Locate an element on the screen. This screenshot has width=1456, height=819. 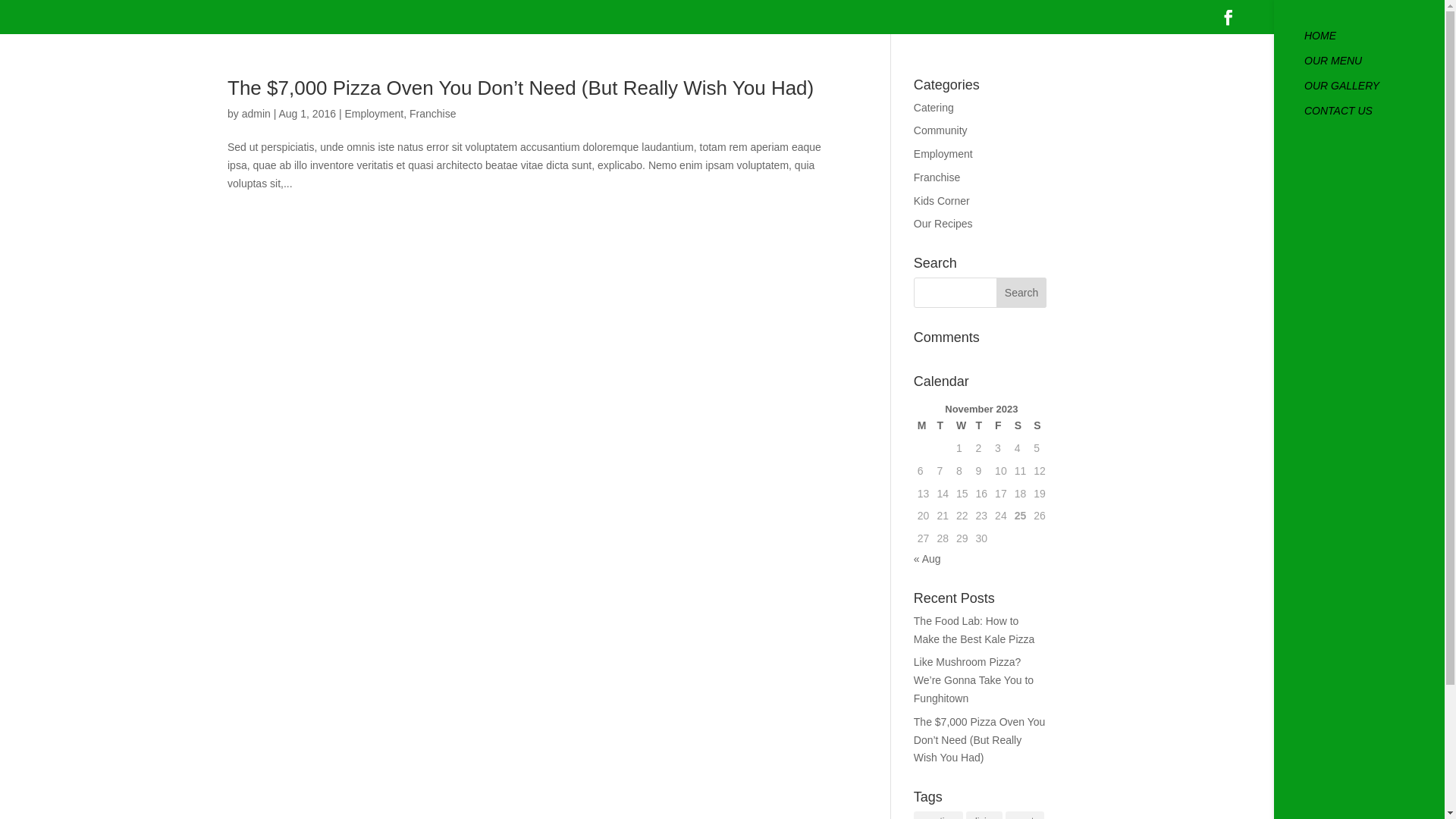
'Kids Corner' is located at coordinates (941, 200).